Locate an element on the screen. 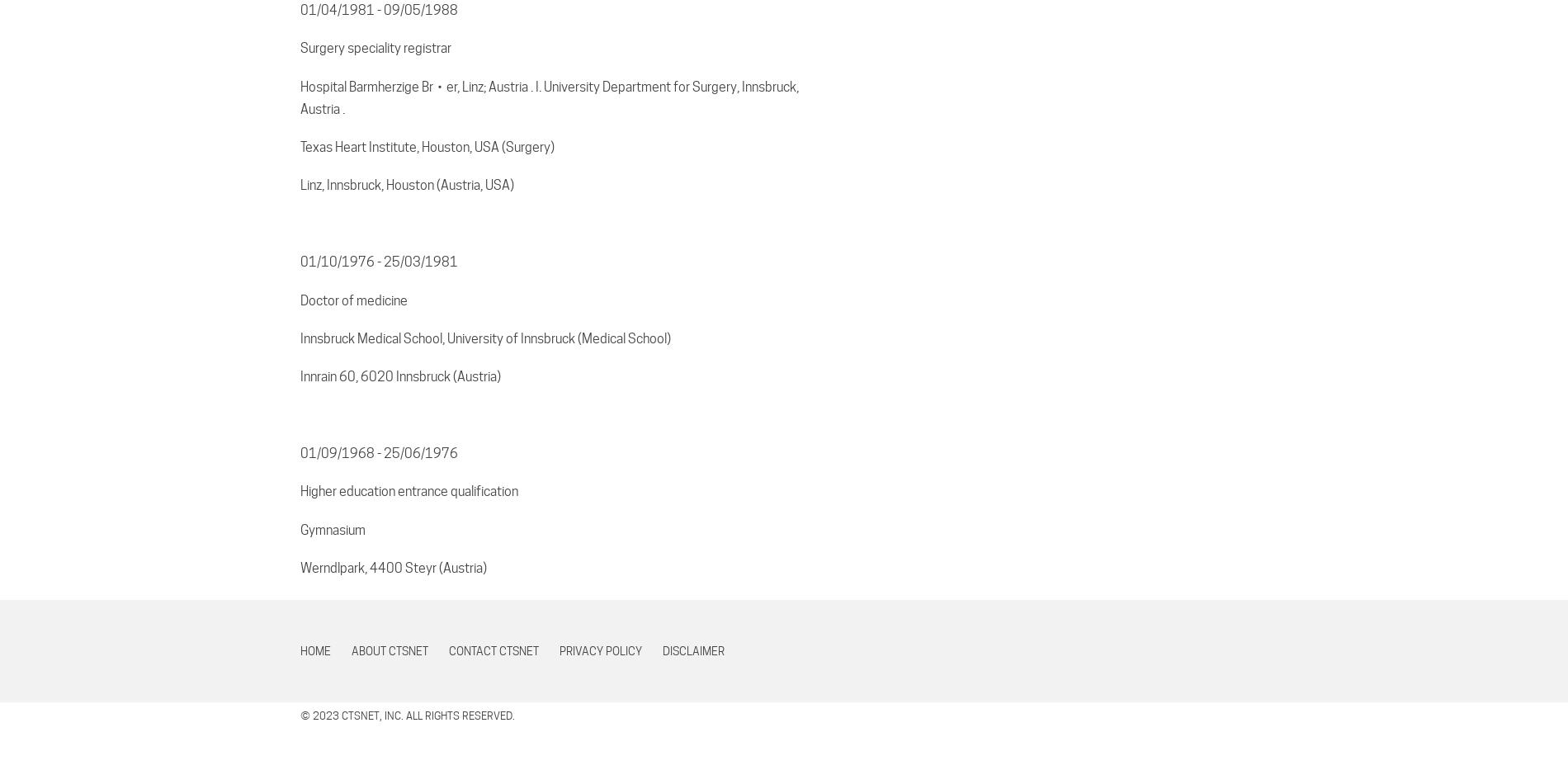 This screenshot has height=770, width=1568. '© 2023 CTSNet, Inc. All rights reserved.' is located at coordinates (300, 714).